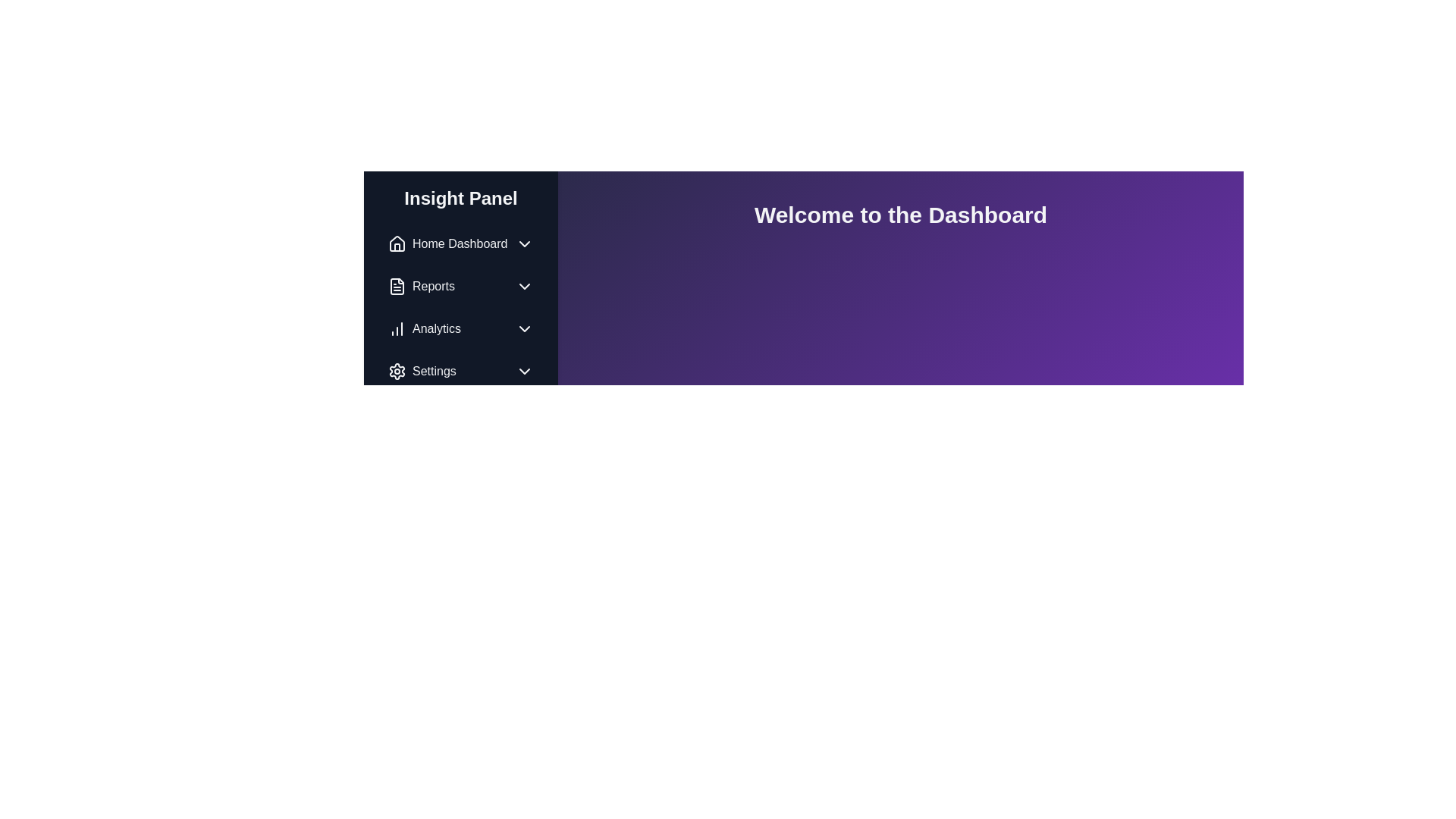 This screenshot has width=1456, height=819. I want to click on the second button in the vertical navigation menu that leads to the 'Reports' section, so click(460, 287).